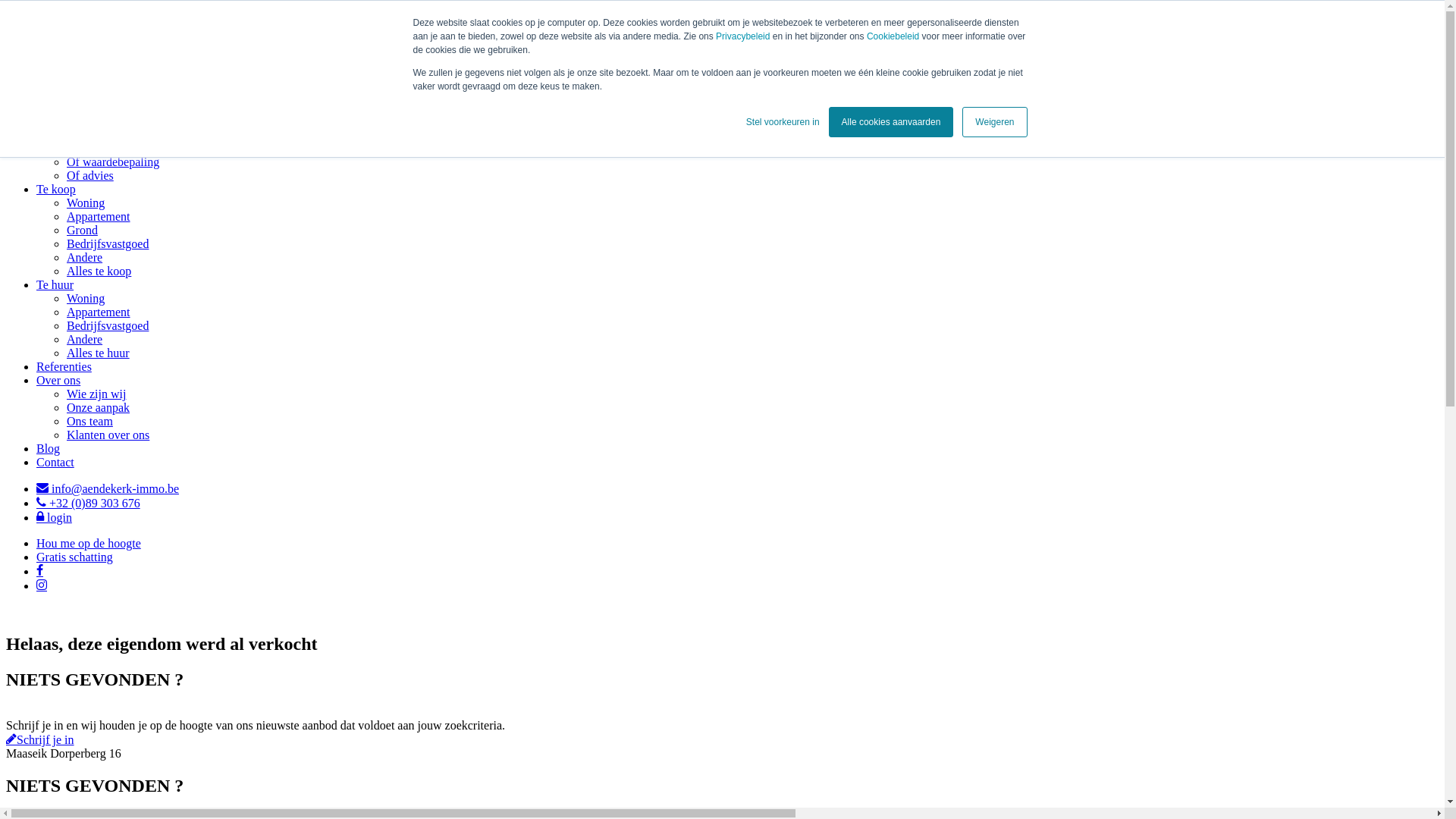 The height and width of the screenshot is (819, 1456). Describe the element at coordinates (98, 270) in the screenshot. I see `'Alles te koop'` at that location.